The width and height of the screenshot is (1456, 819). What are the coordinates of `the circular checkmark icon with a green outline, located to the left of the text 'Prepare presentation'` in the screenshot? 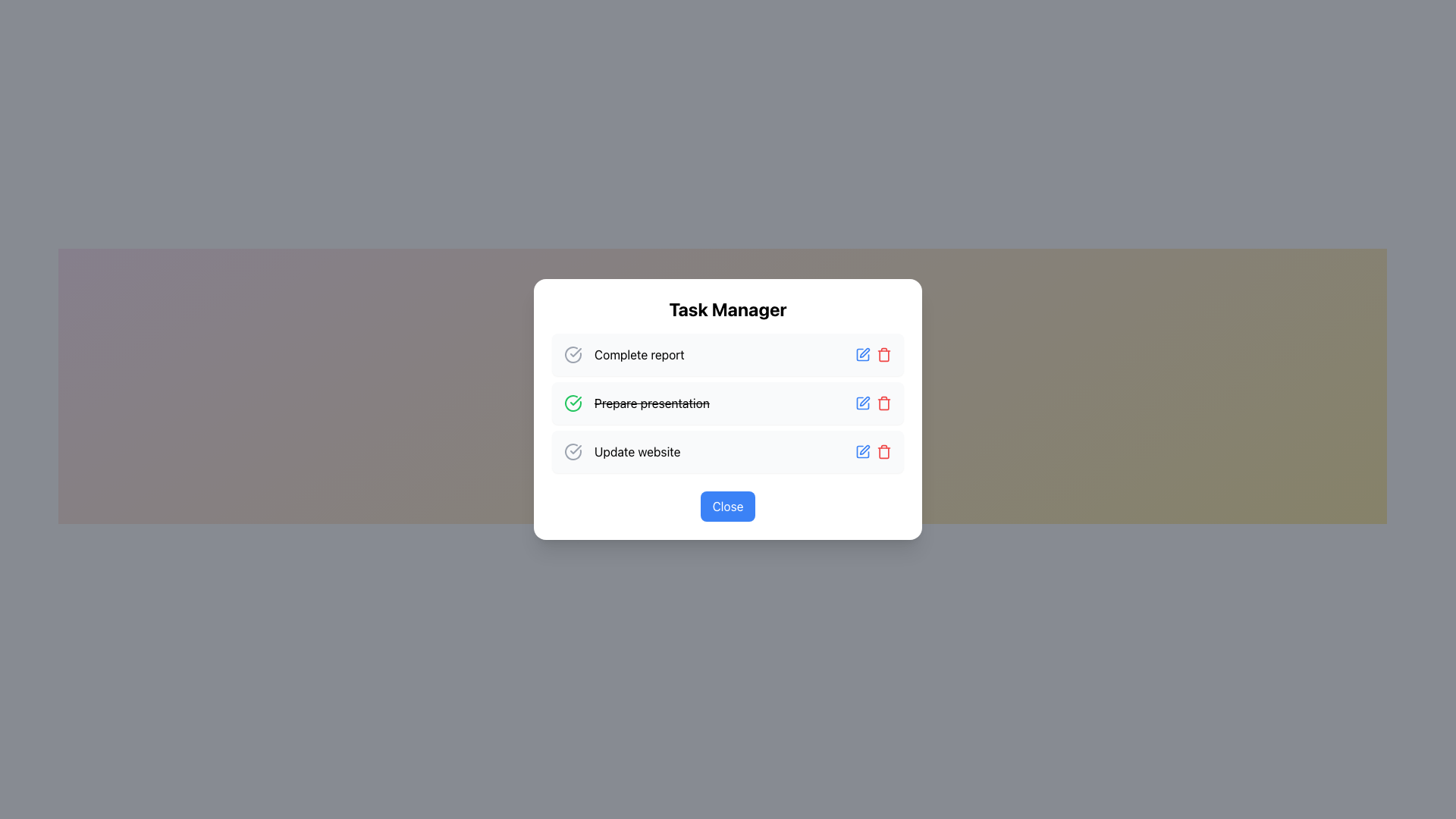 It's located at (572, 403).